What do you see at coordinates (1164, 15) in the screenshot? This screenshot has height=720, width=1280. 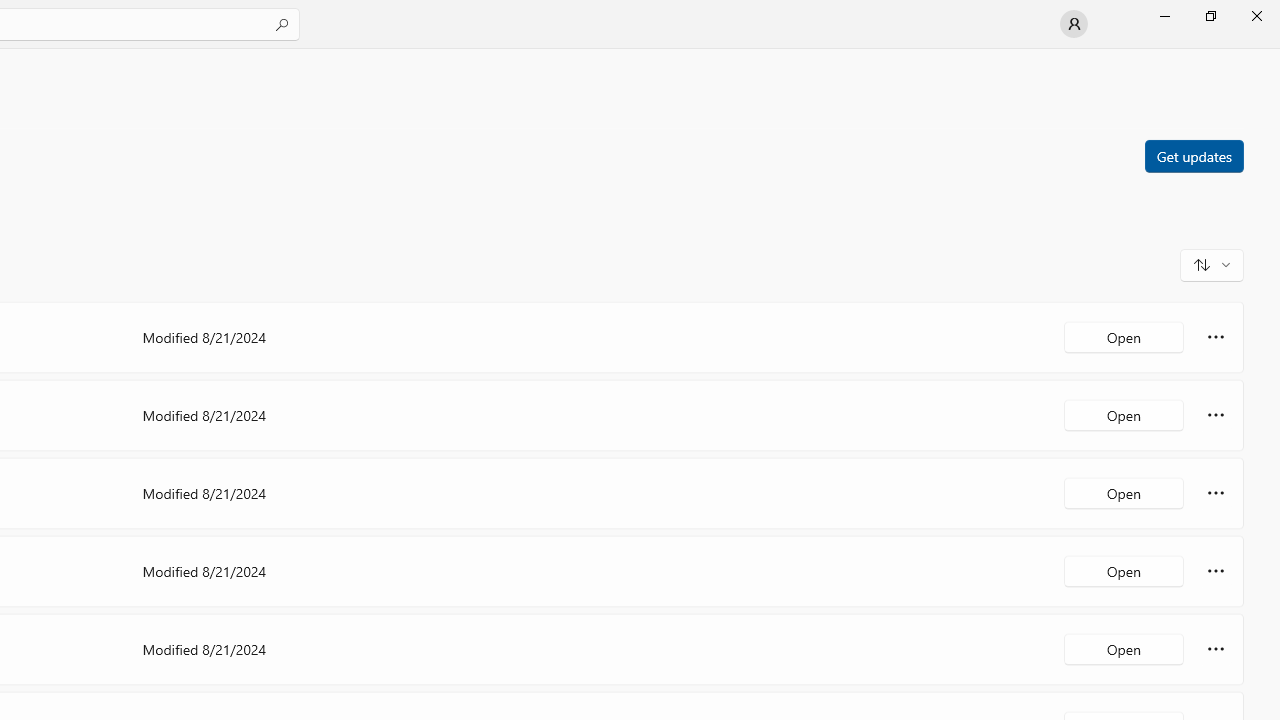 I see `'Minimize Microsoft Store'` at bounding box center [1164, 15].